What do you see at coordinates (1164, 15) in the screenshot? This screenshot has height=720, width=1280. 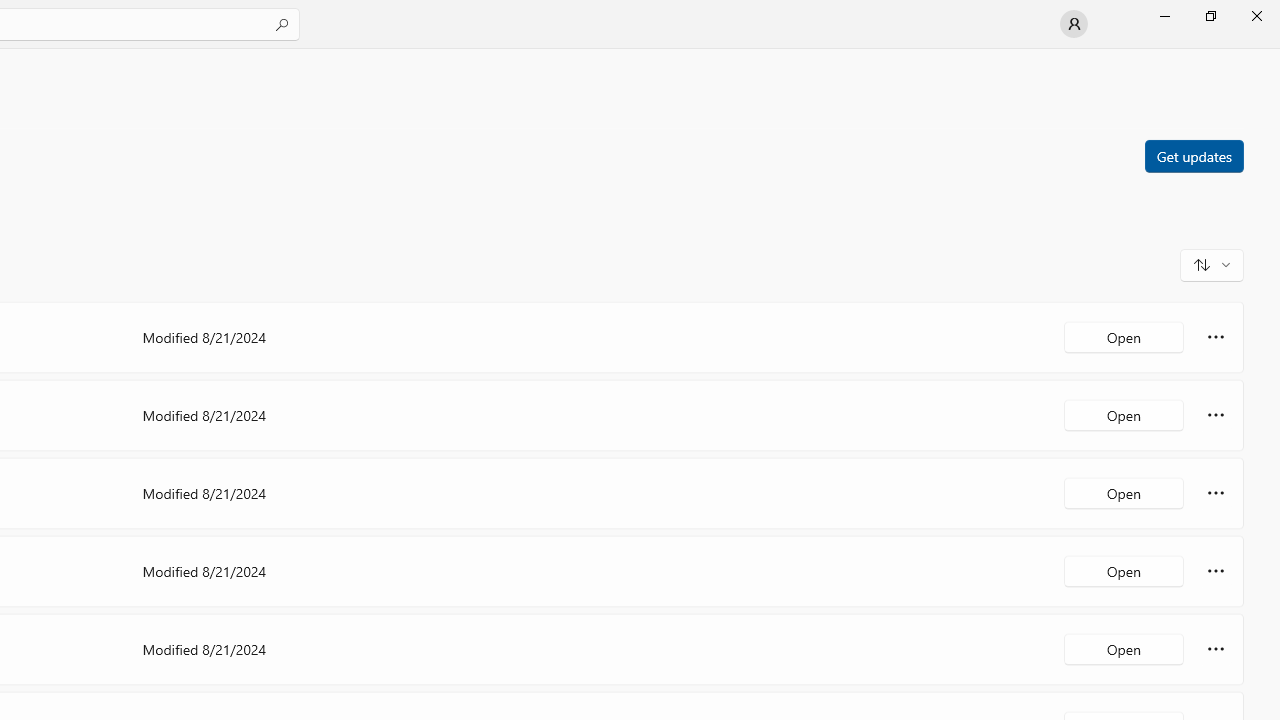 I see `'Minimize Microsoft Store'` at bounding box center [1164, 15].